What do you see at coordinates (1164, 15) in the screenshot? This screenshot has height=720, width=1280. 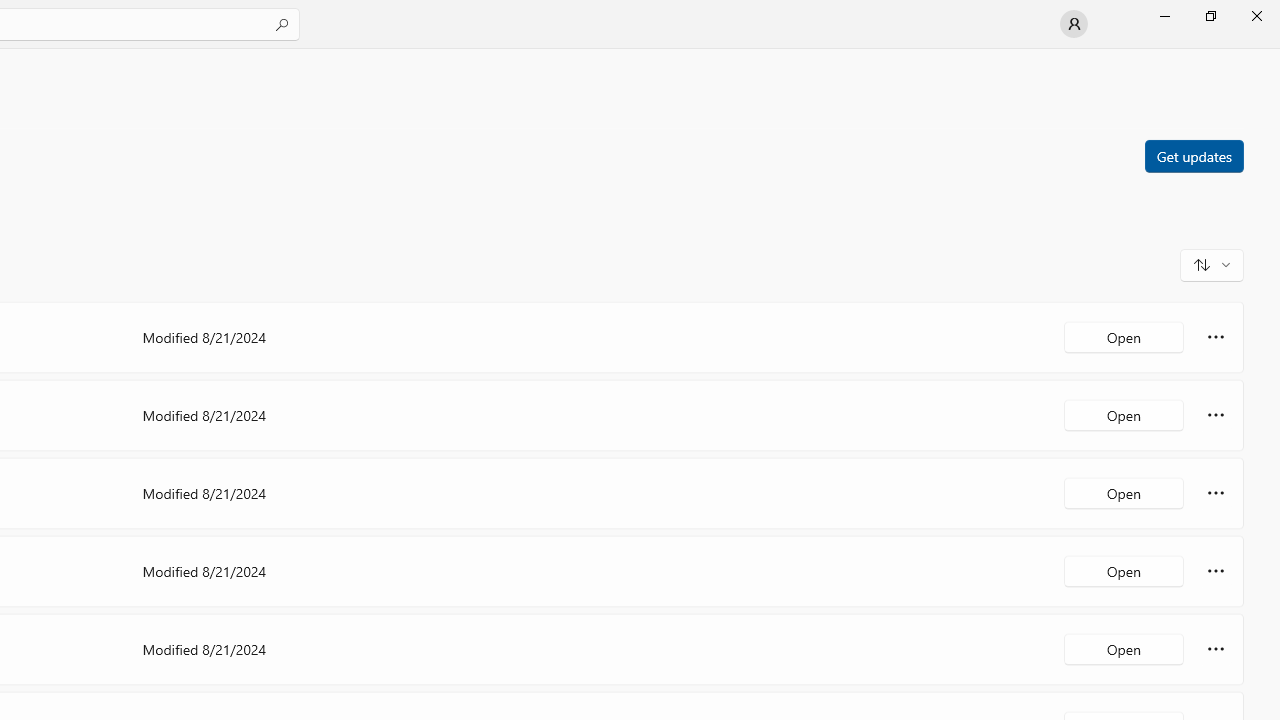 I see `'Minimize Microsoft Store'` at bounding box center [1164, 15].